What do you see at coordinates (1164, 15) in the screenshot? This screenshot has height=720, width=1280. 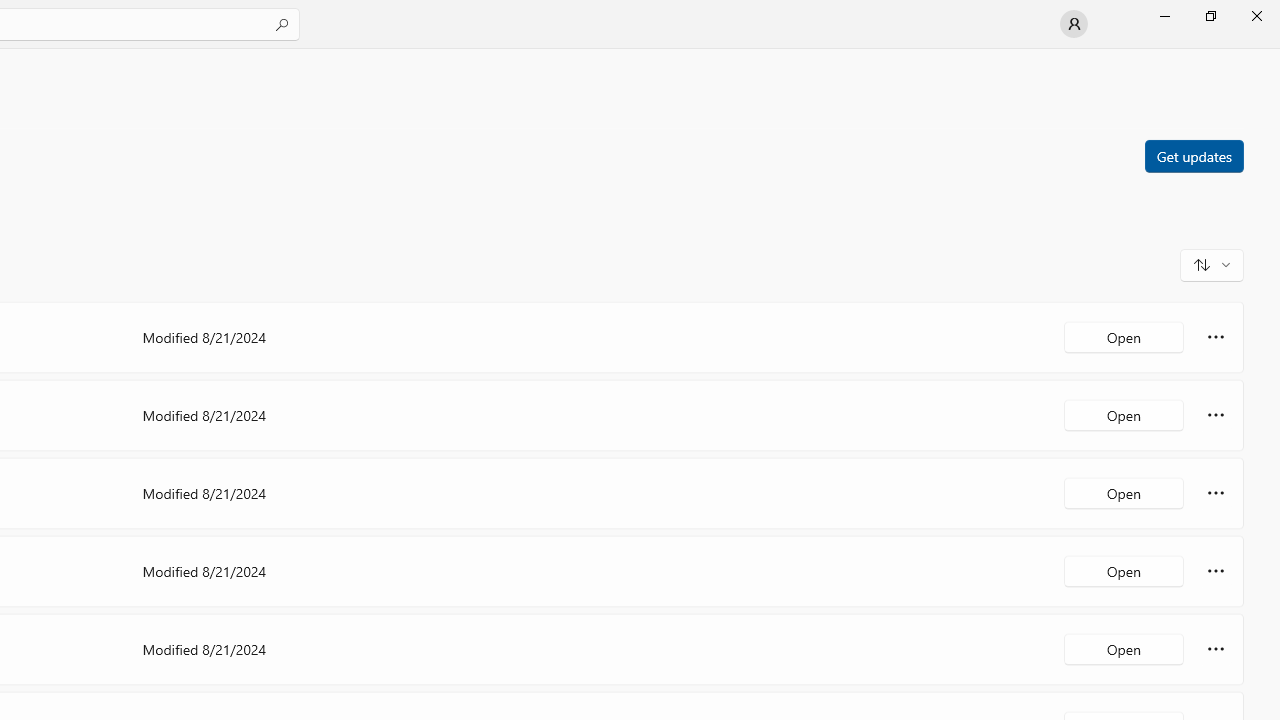 I see `'Minimize Microsoft Store'` at bounding box center [1164, 15].